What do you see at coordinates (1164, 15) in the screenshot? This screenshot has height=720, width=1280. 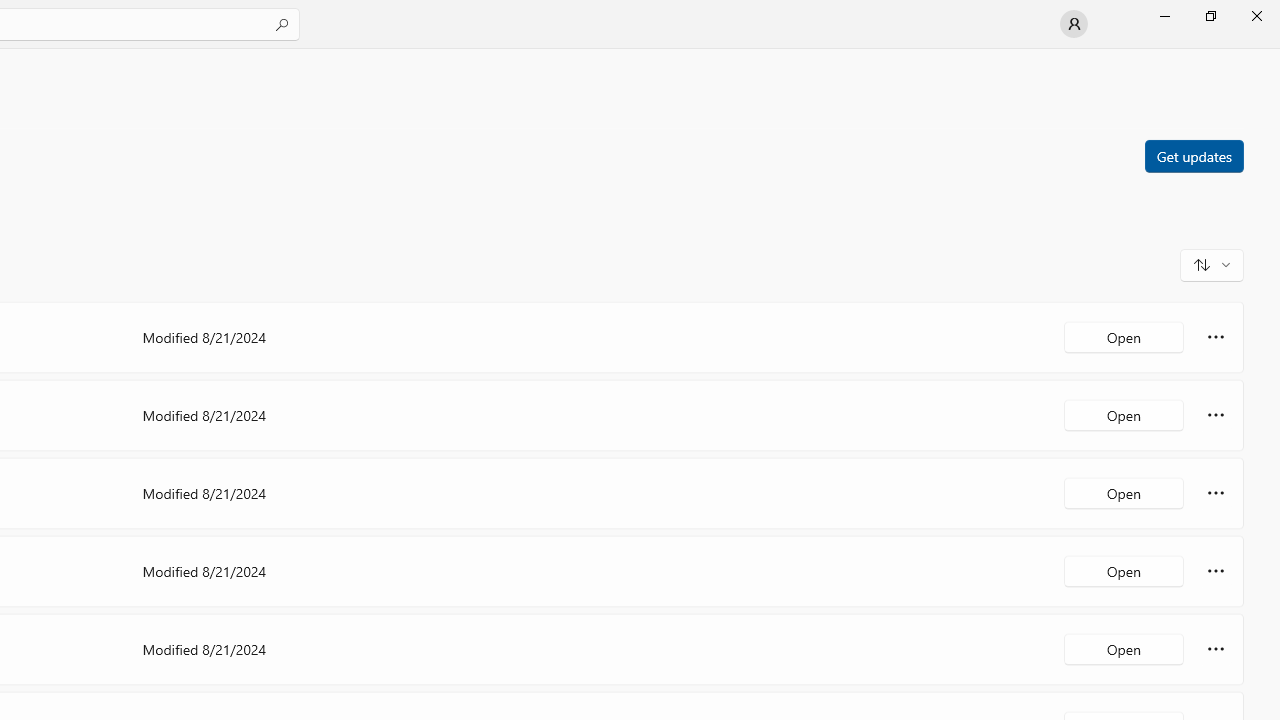 I see `'Minimize Microsoft Store'` at bounding box center [1164, 15].